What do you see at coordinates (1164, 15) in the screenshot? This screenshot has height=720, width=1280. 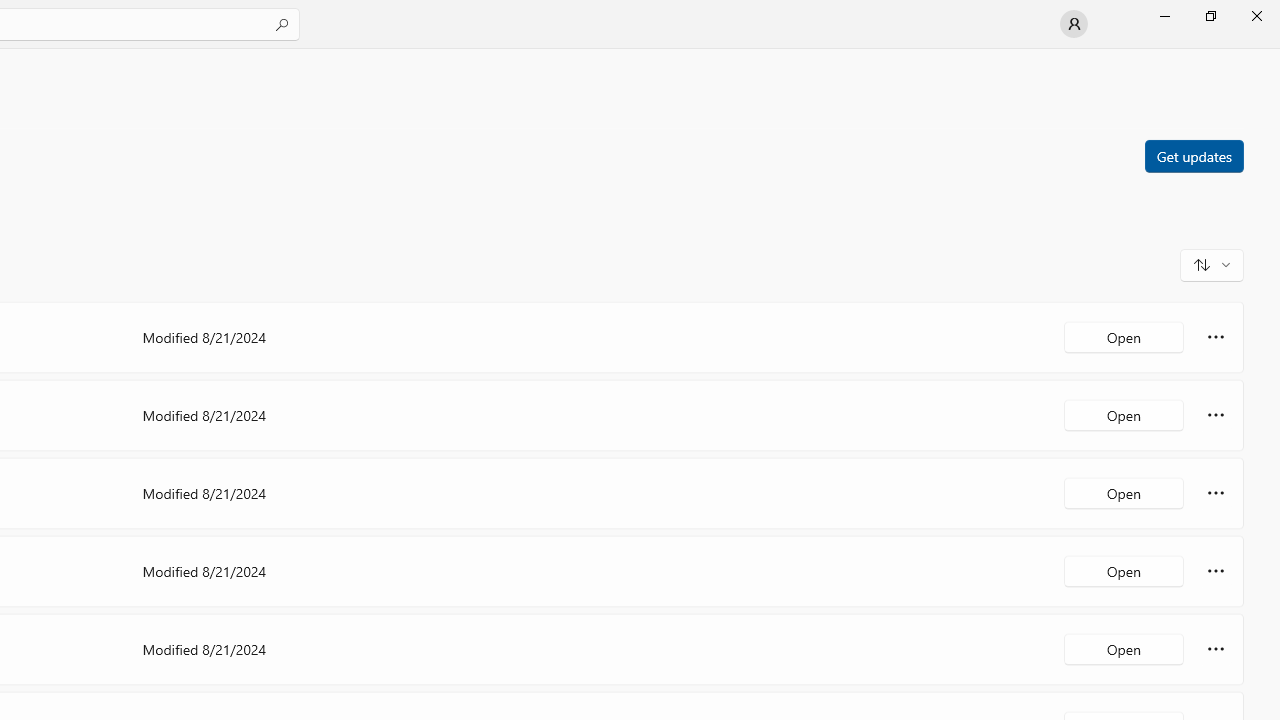 I see `'Minimize Microsoft Store'` at bounding box center [1164, 15].